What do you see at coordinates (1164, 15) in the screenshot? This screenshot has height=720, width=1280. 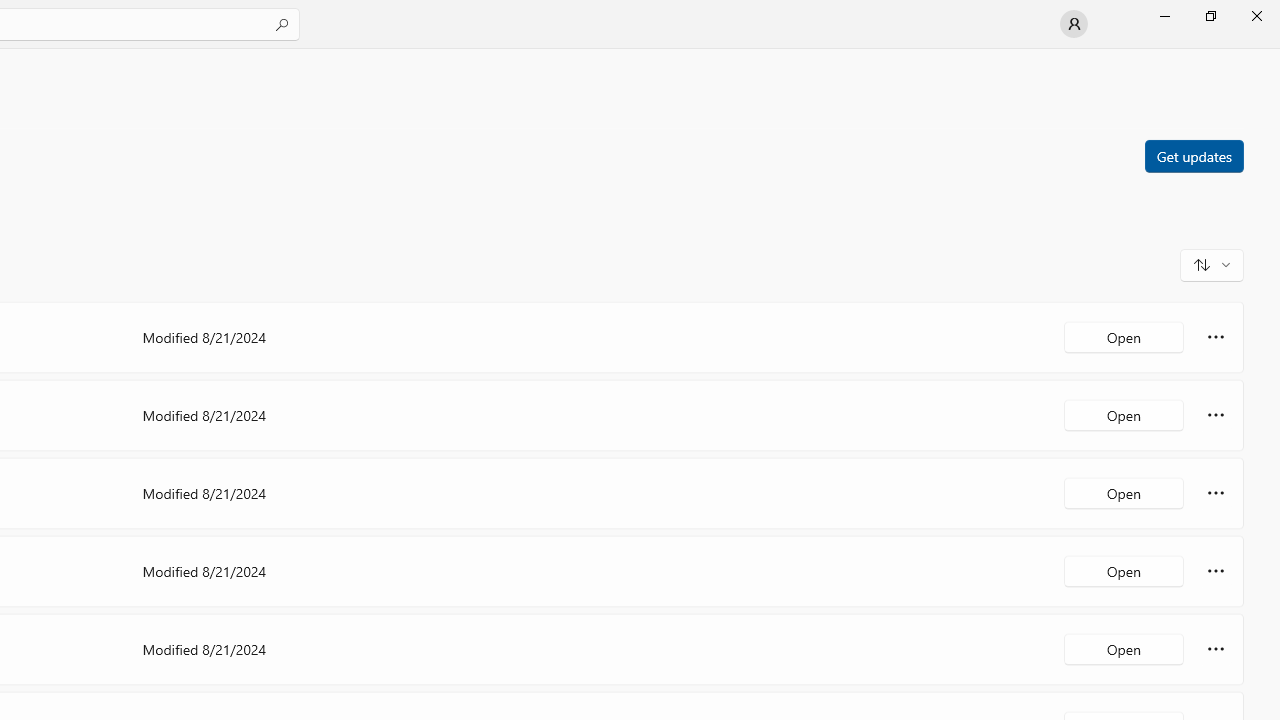 I see `'Minimize Microsoft Store'` at bounding box center [1164, 15].